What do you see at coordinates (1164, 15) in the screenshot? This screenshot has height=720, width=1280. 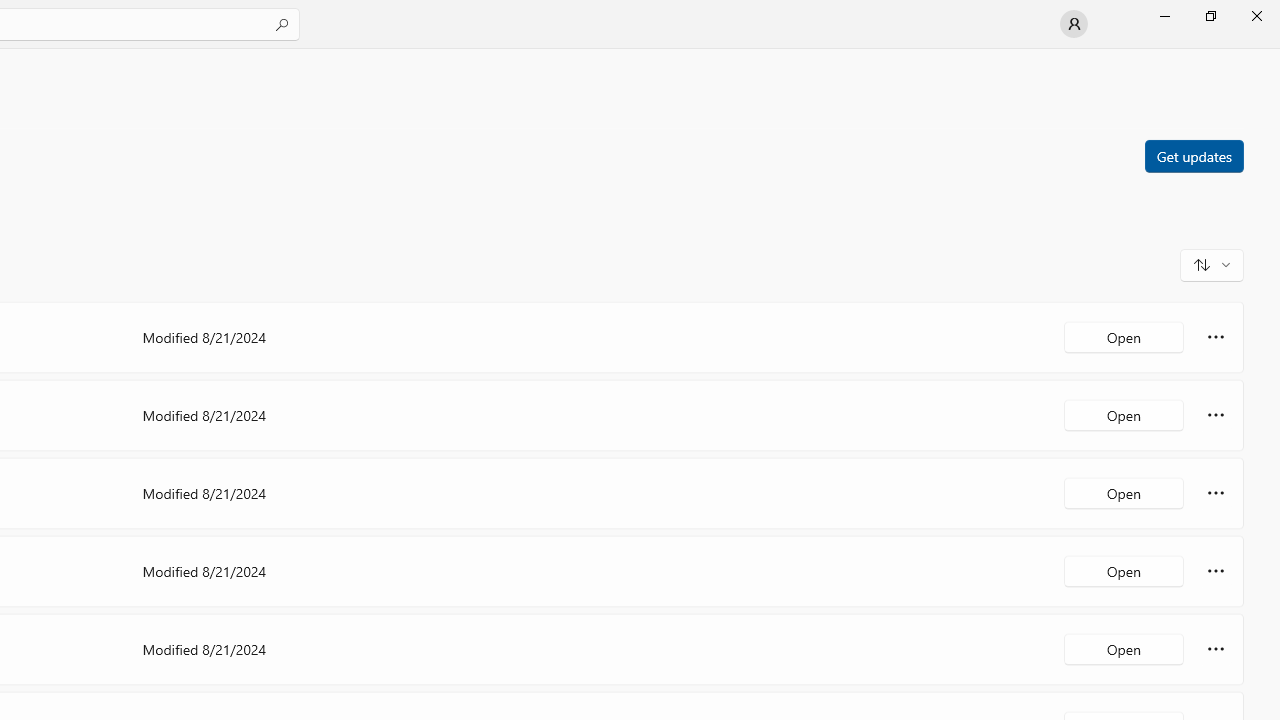 I see `'Minimize Microsoft Store'` at bounding box center [1164, 15].